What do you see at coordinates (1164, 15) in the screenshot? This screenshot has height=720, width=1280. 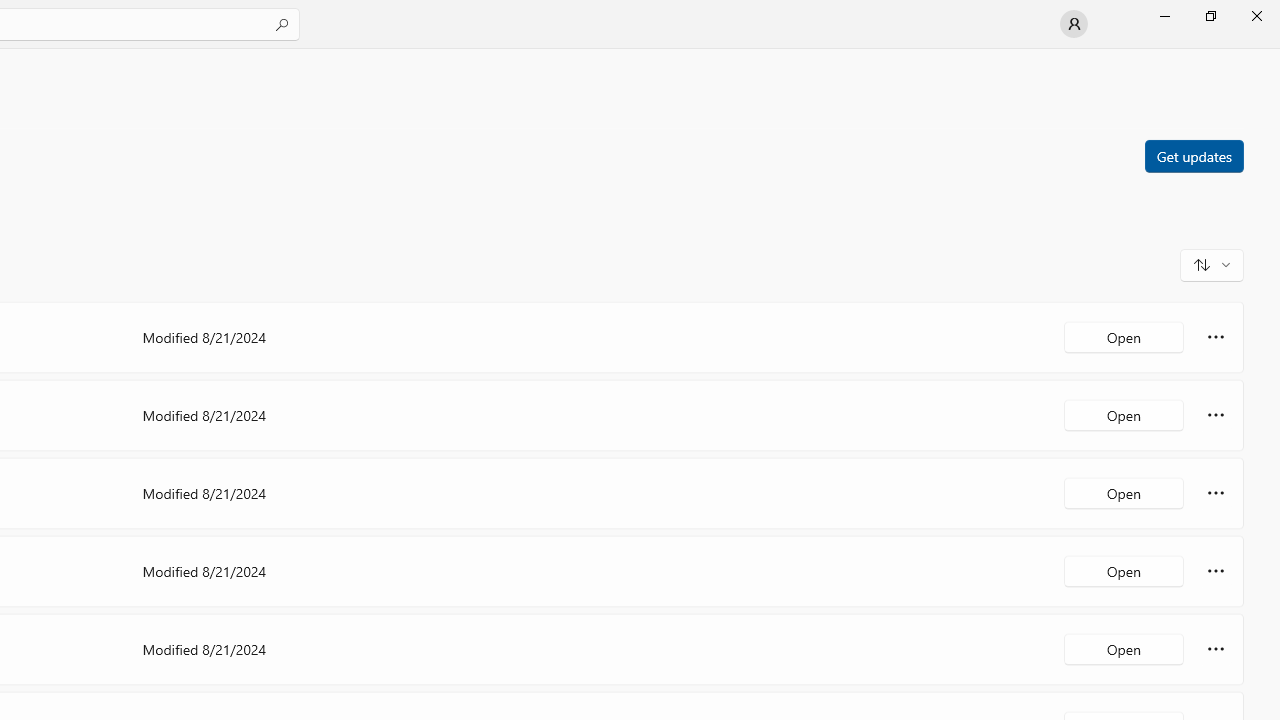 I see `'Minimize Microsoft Store'` at bounding box center [1164, 15].